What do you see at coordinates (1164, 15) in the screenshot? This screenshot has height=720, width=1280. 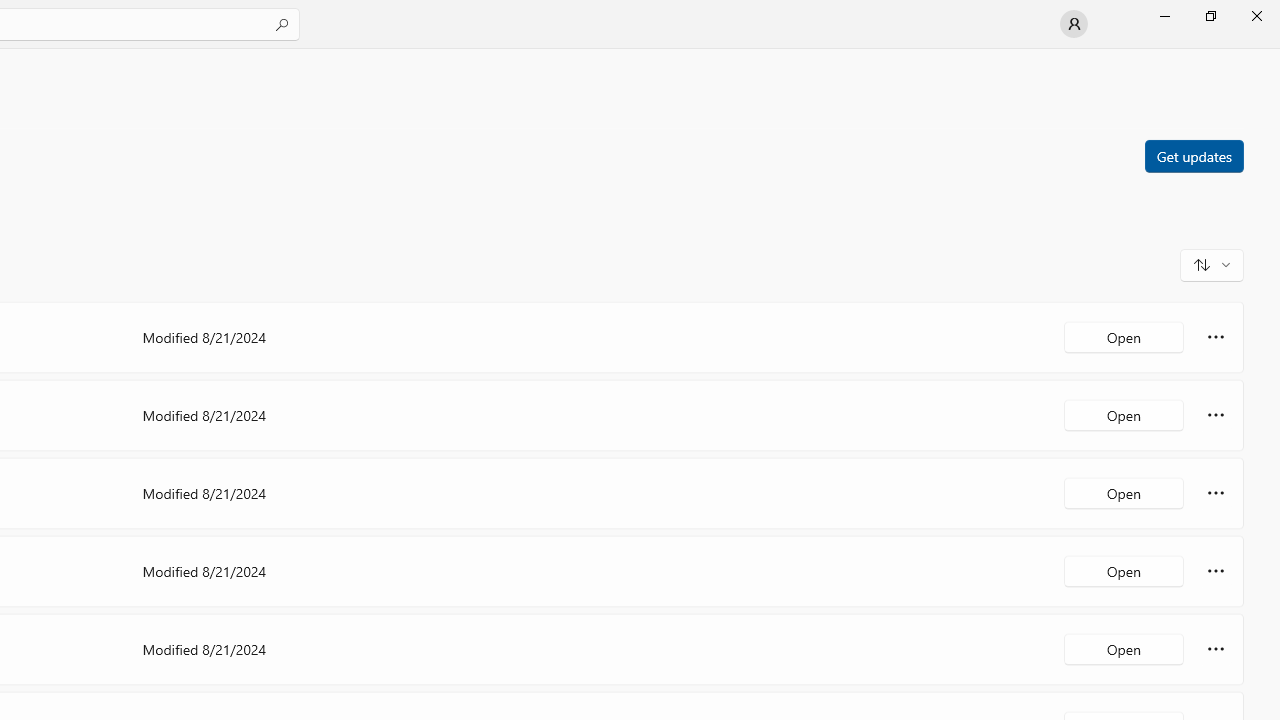 I see `'Minimize Microsoft Store'` at bounding box center [1164, 15].